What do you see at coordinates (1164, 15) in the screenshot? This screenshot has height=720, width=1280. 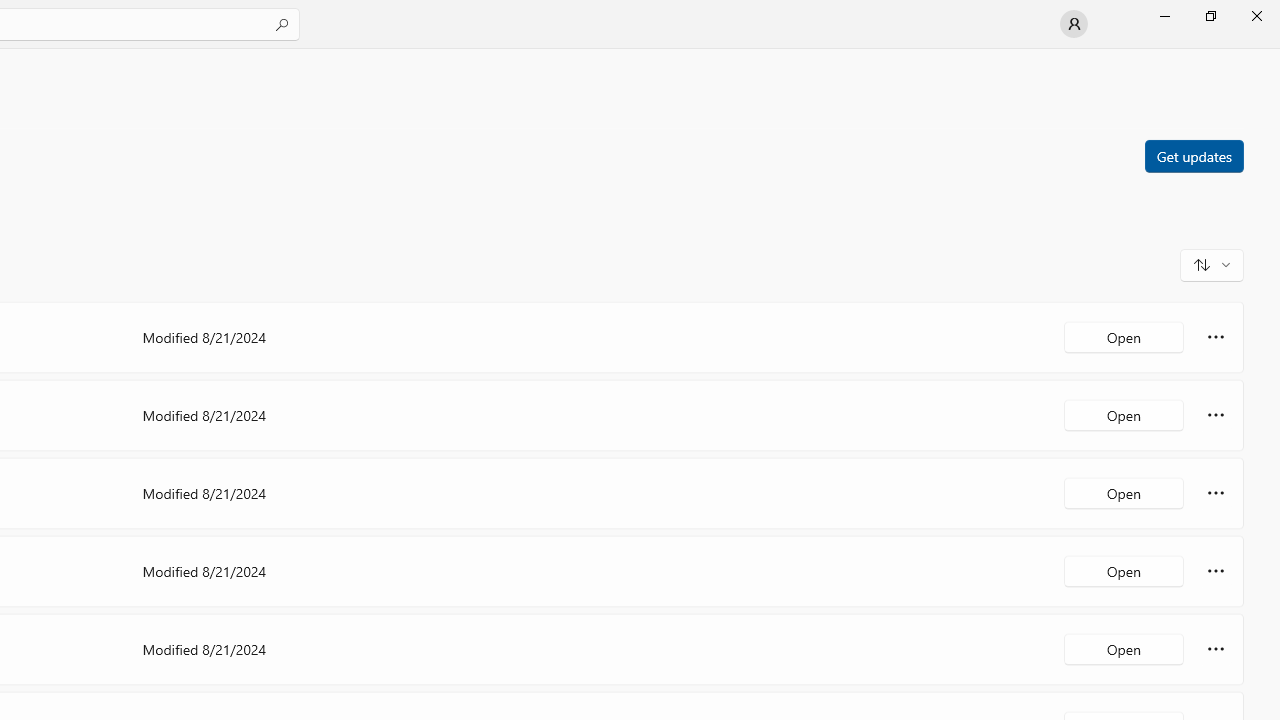 I see `'Minimize Microsoft Store'` at bounding box center [1164, 15].